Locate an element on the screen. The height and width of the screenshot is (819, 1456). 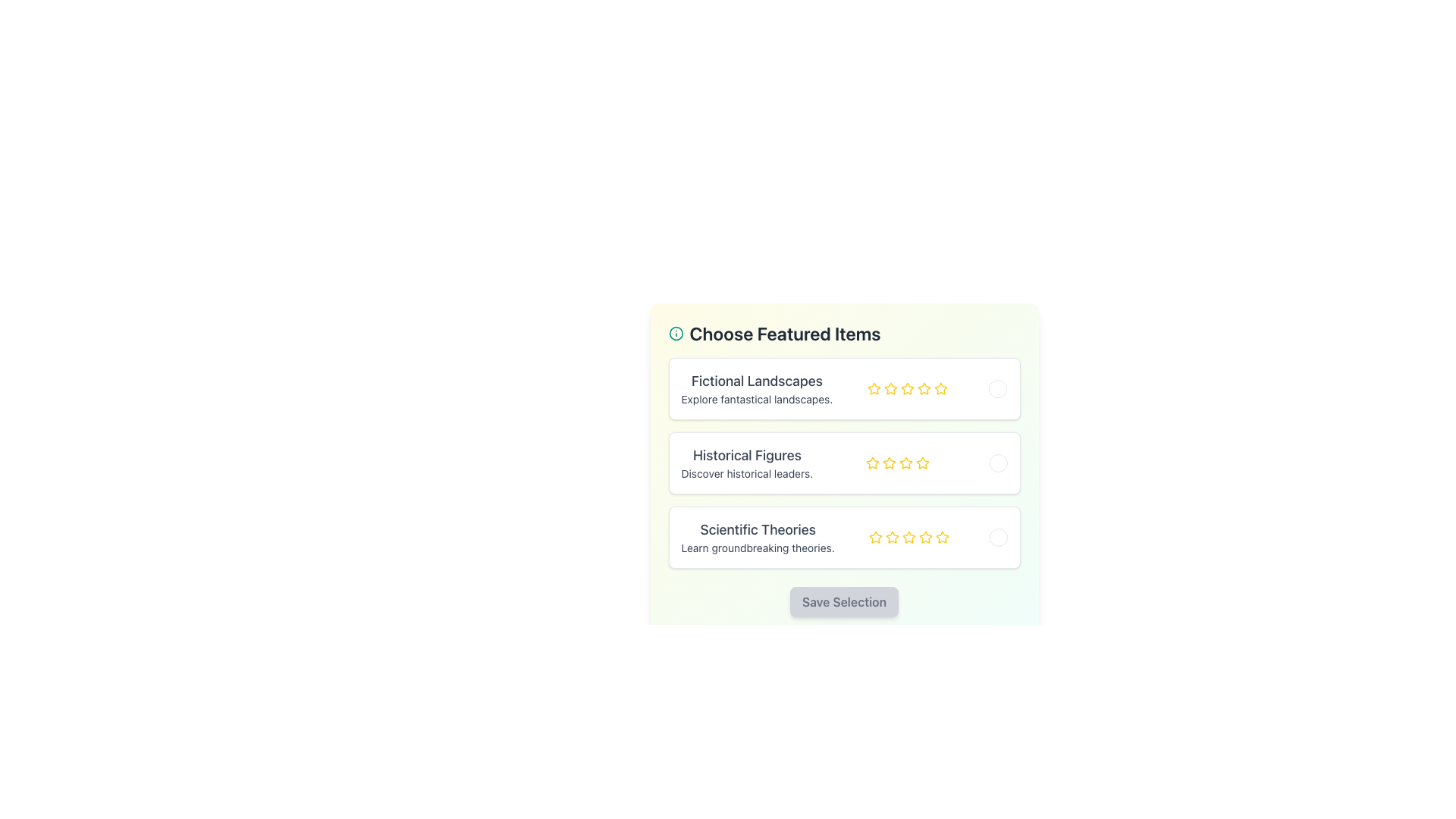
the first star in the star rating UI widget for 'Fictional Landscapes' to set the rating to one star is located at coordinates (874, 388).